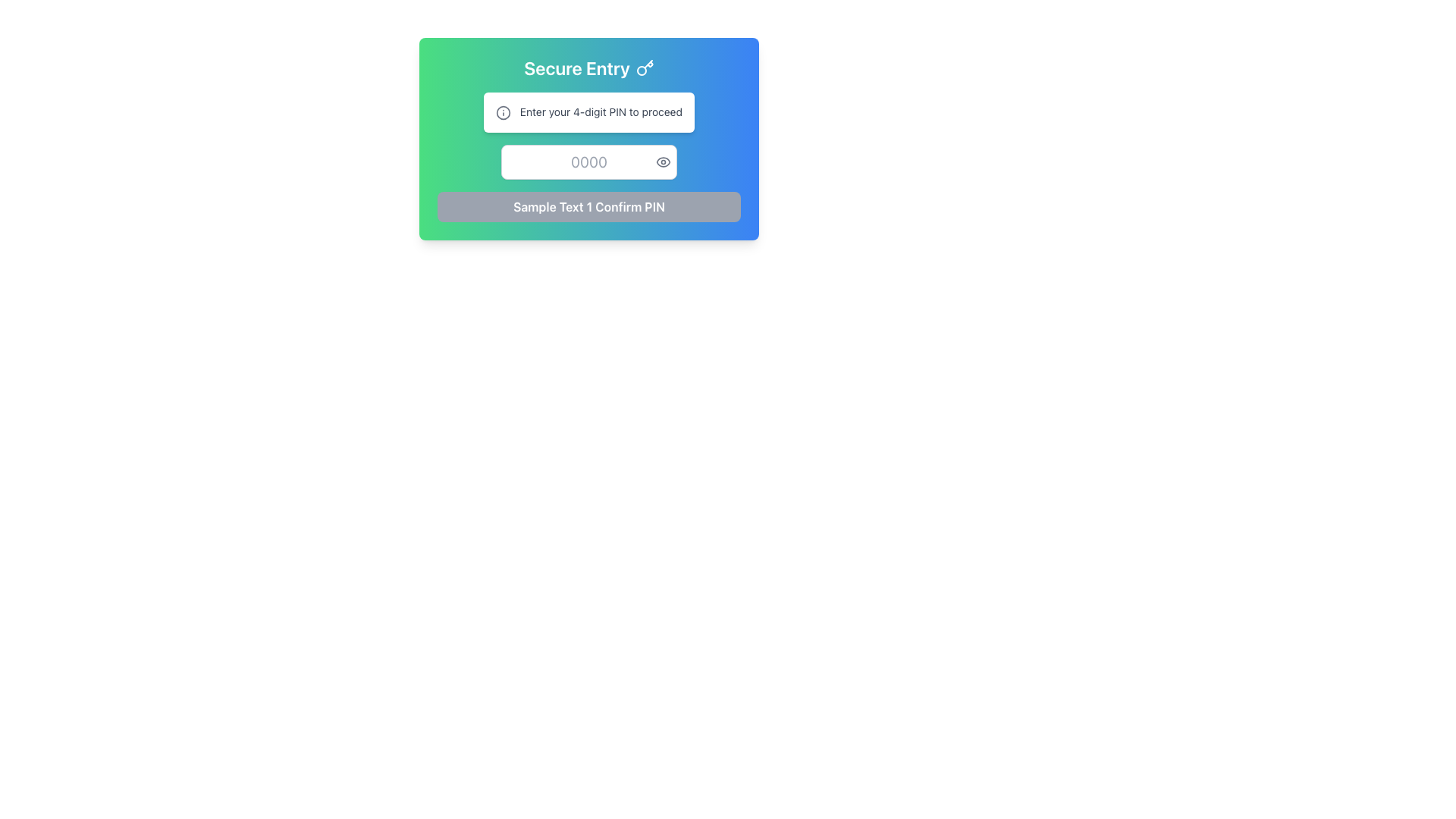 The height and width of the screenshot is (819, 1456). What do you see at coordinates (663, 162) in the screenshot?
I see `the eye icon button located to the right side of the input field` at bounding box center [663, 162].